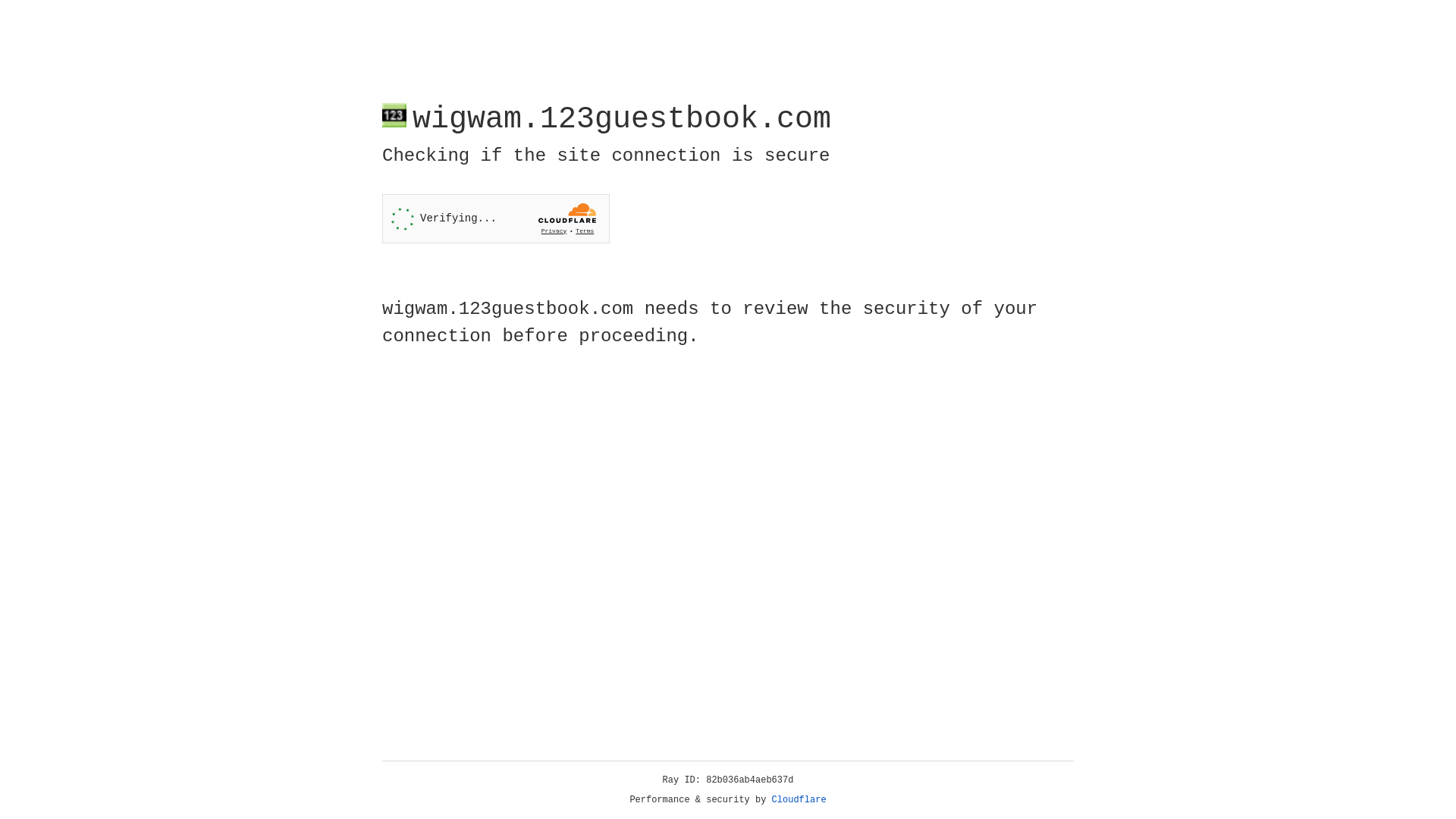 This screenshot has width=1456, height=819. Describe the element at coordinates (771, 799) in the screenshot. I see `'Cloudflare'` at that location.